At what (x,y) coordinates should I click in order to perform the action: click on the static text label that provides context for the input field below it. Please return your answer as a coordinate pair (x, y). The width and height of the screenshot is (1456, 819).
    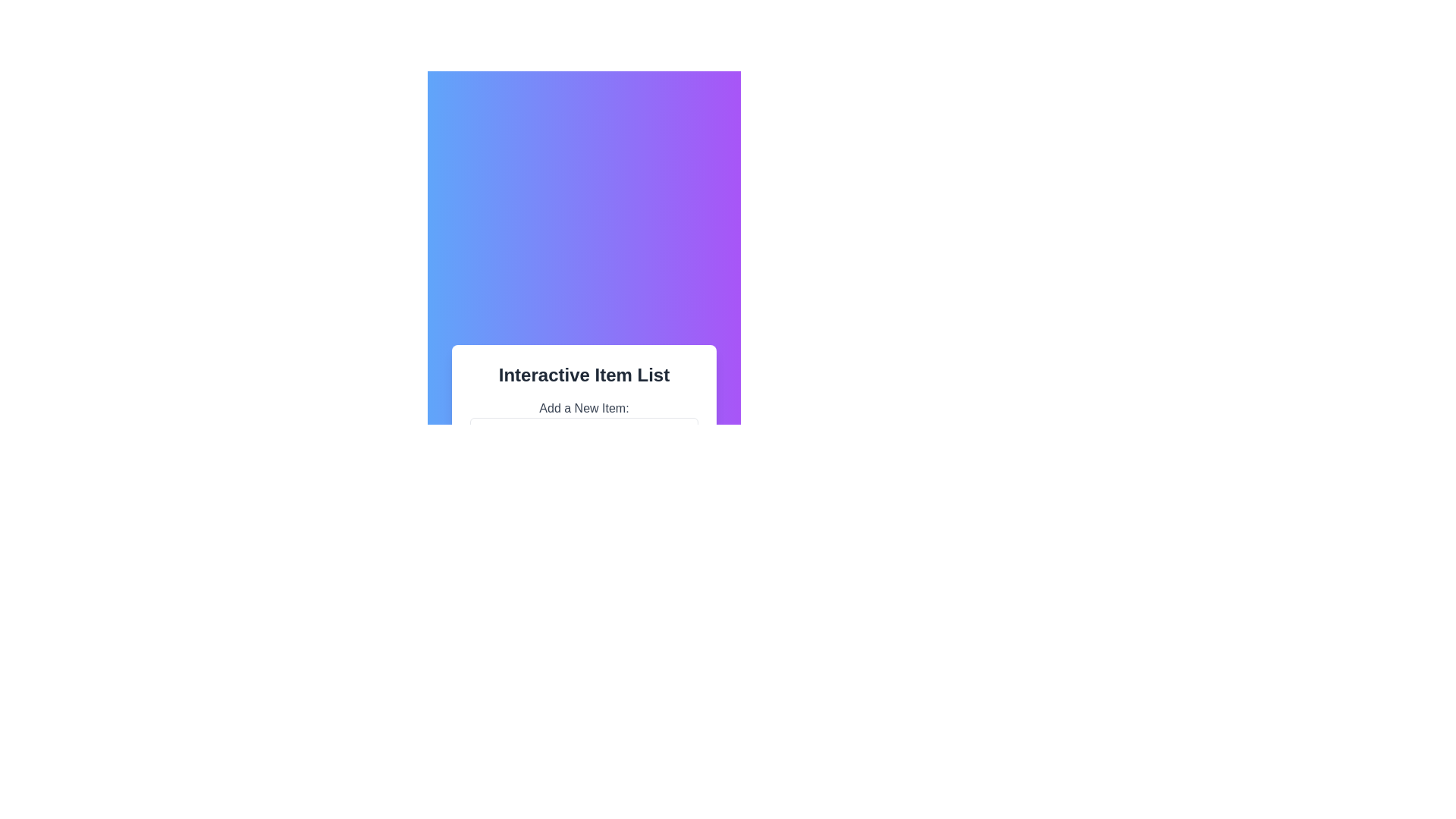
    Looking at the image, I should click on (583, 408).